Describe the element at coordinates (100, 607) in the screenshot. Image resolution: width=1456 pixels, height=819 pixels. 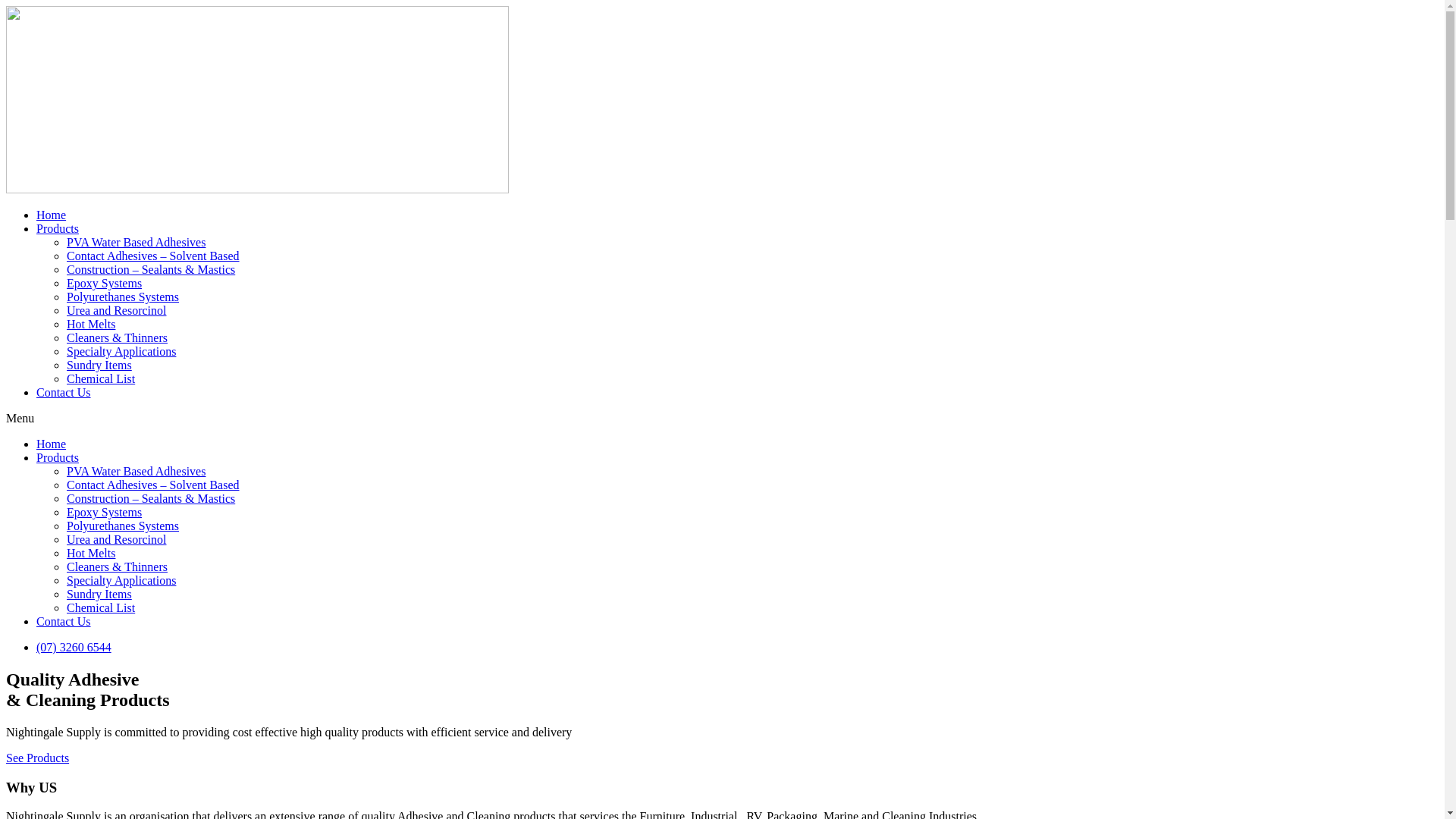
I see `'Chemical List'` at that location.